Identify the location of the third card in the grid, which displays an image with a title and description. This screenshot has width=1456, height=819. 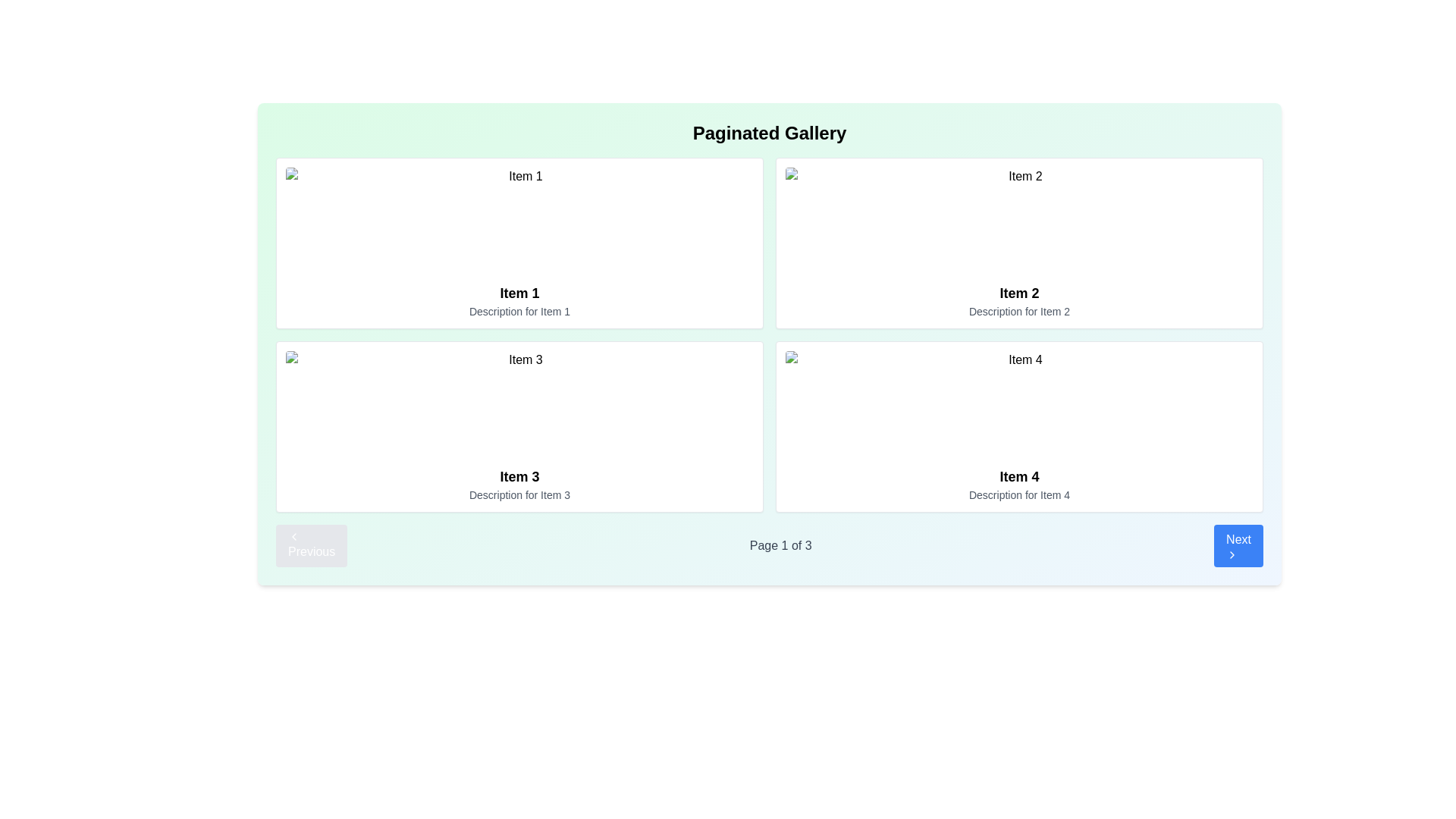
(519, 427).